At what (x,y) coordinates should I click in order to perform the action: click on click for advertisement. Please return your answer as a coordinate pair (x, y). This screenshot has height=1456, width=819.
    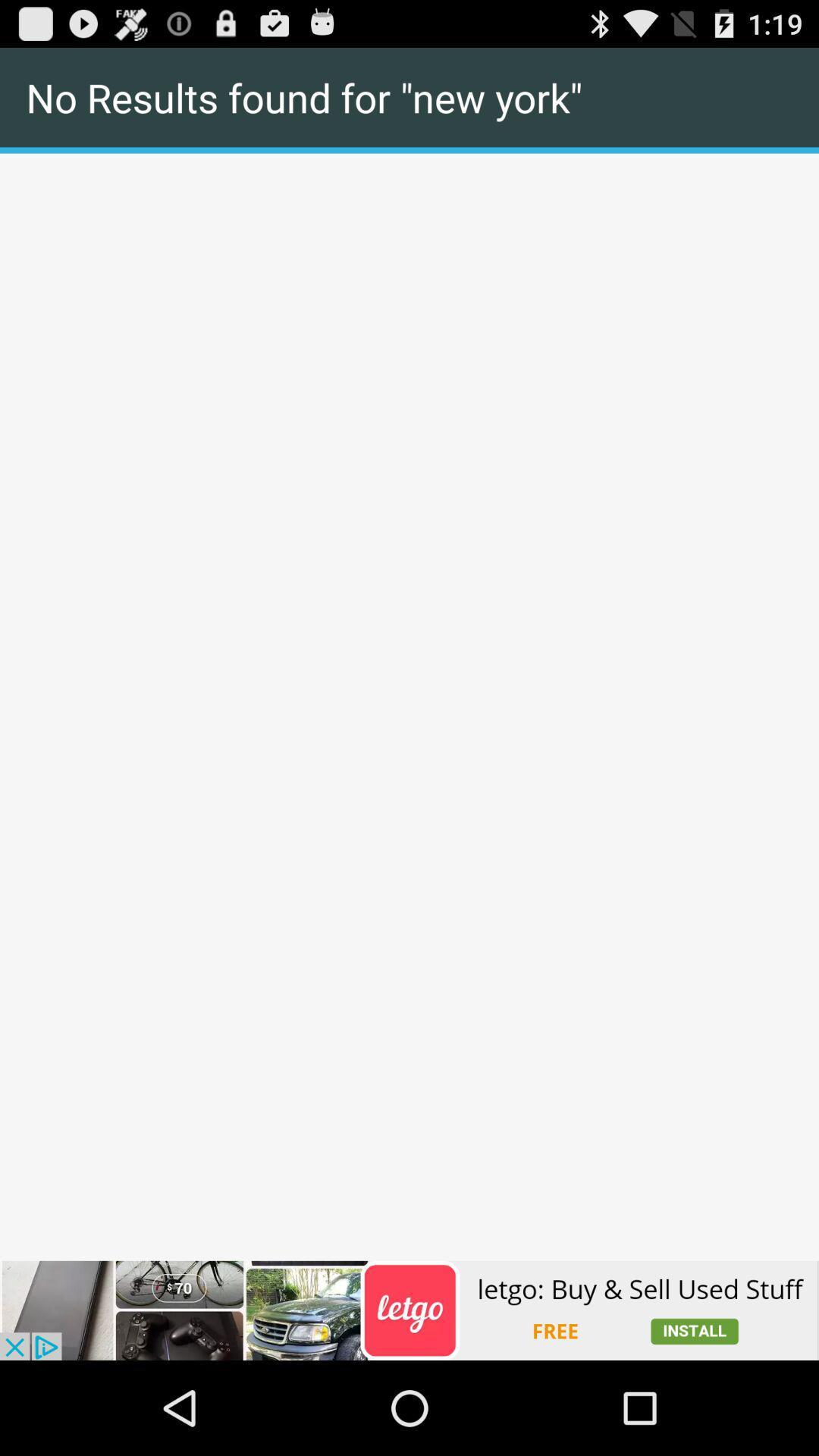
    Looking at the image, I should click on (409, 1310).